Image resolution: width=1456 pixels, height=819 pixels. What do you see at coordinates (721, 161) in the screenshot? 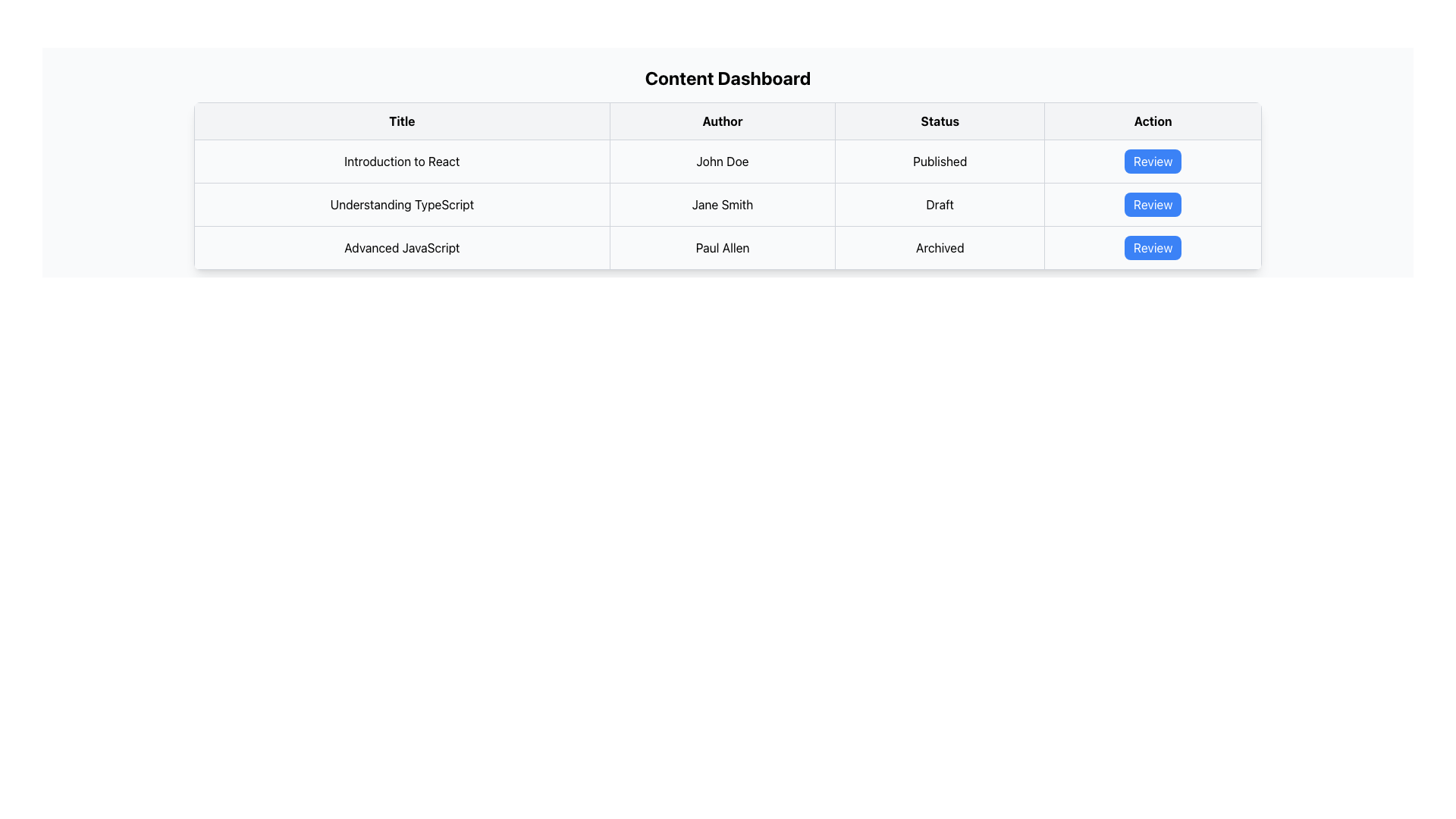
I see `the text label displaying 'John Doe' in the second cell of the 'Author' column in the first row of the table` at bounding box center [721, 161].